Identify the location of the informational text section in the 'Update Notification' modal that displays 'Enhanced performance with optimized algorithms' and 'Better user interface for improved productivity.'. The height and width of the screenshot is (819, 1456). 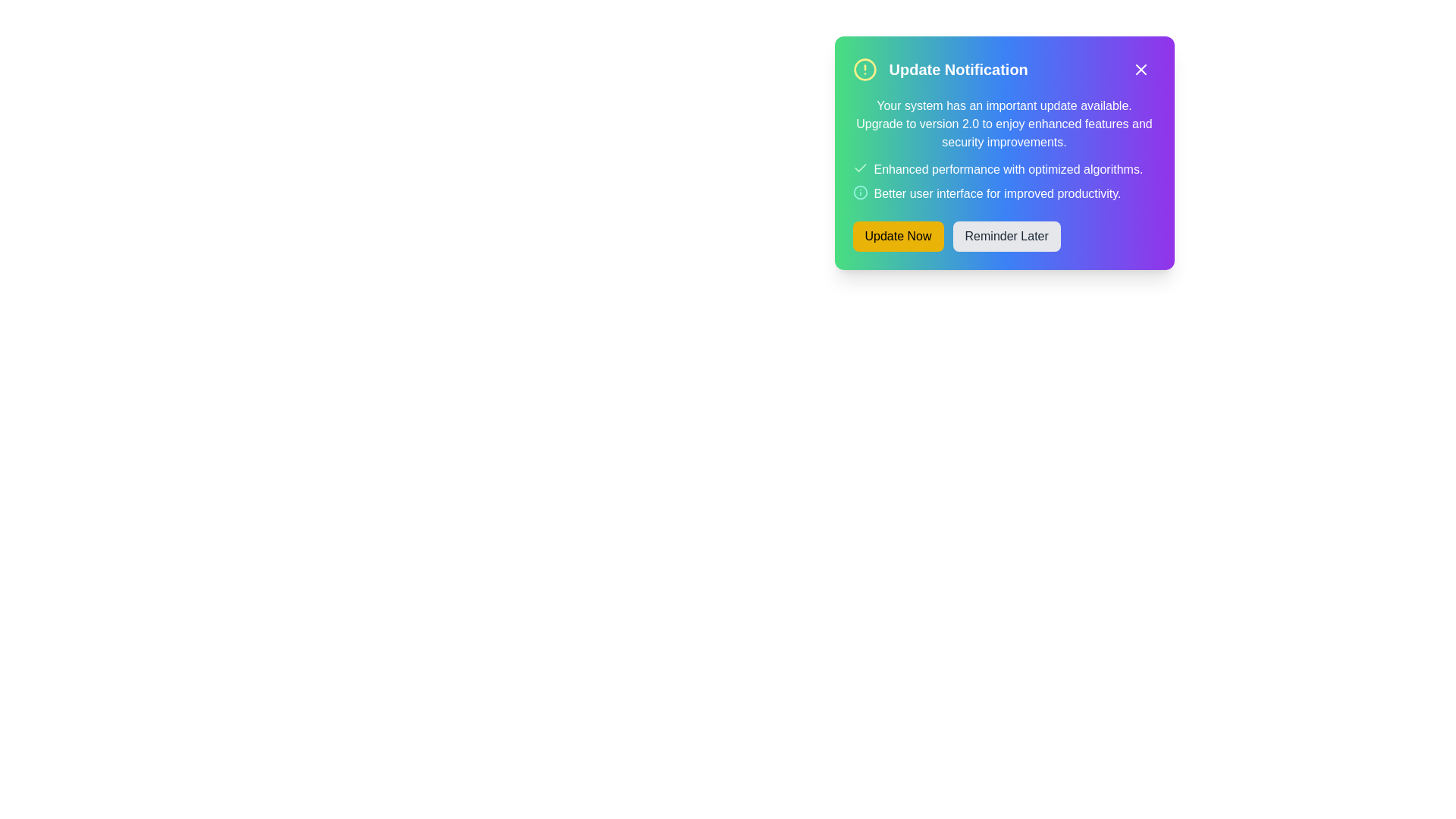
(1004, 180).